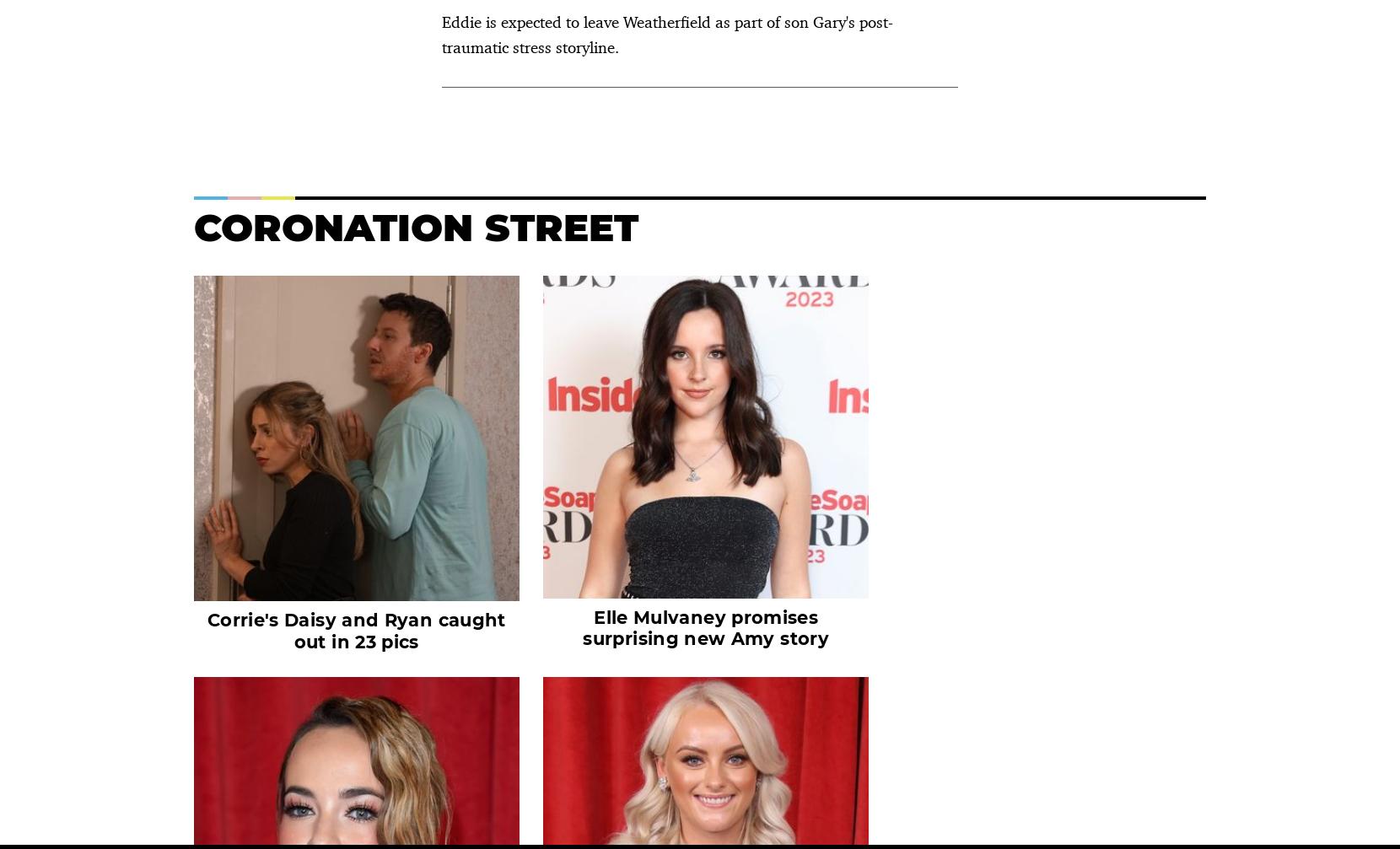 The height and width of the screenshot is (849, 1400). What do you see at coordinates (700, 445) in the screenshot?
I see `'WWE'` at bounding box center [700, 445].